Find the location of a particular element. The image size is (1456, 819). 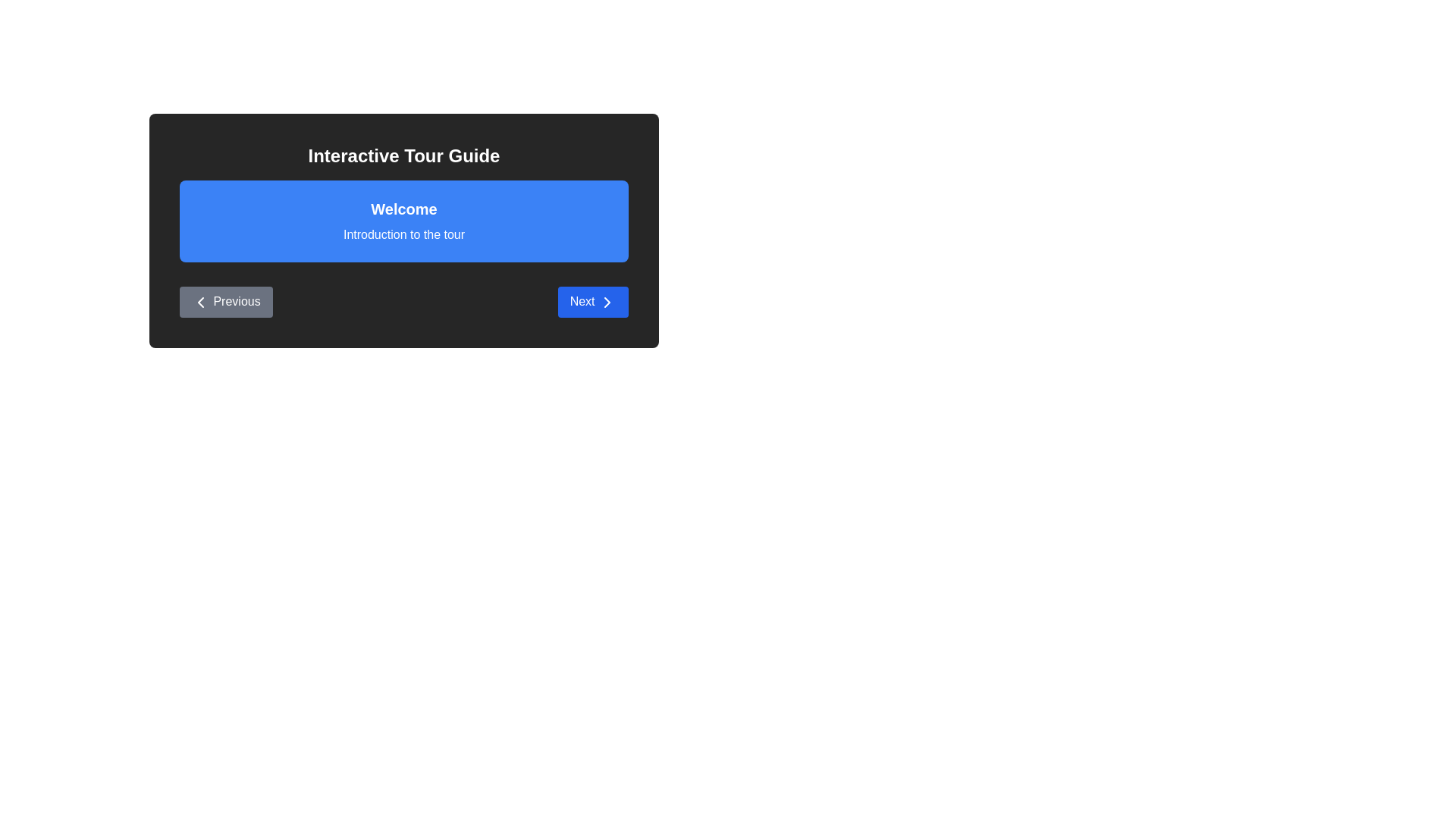

the 'Next' button to proceed to the next stage and read its content is located at coordinates (592, 301).